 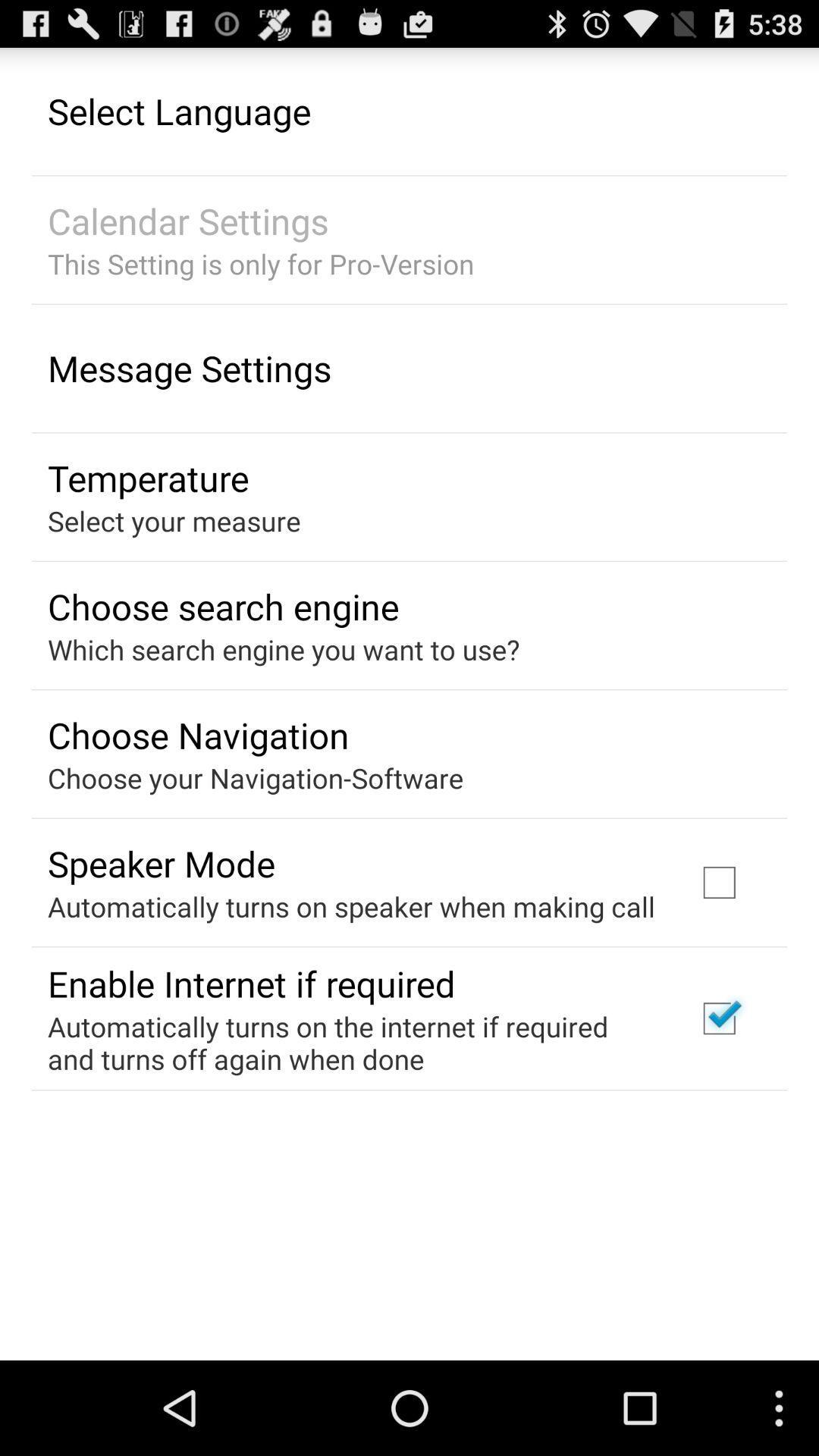 What do you see at coordinates (148, 477) in the screenshot?
I see `the temperature item` at bounding box center [148, 477].